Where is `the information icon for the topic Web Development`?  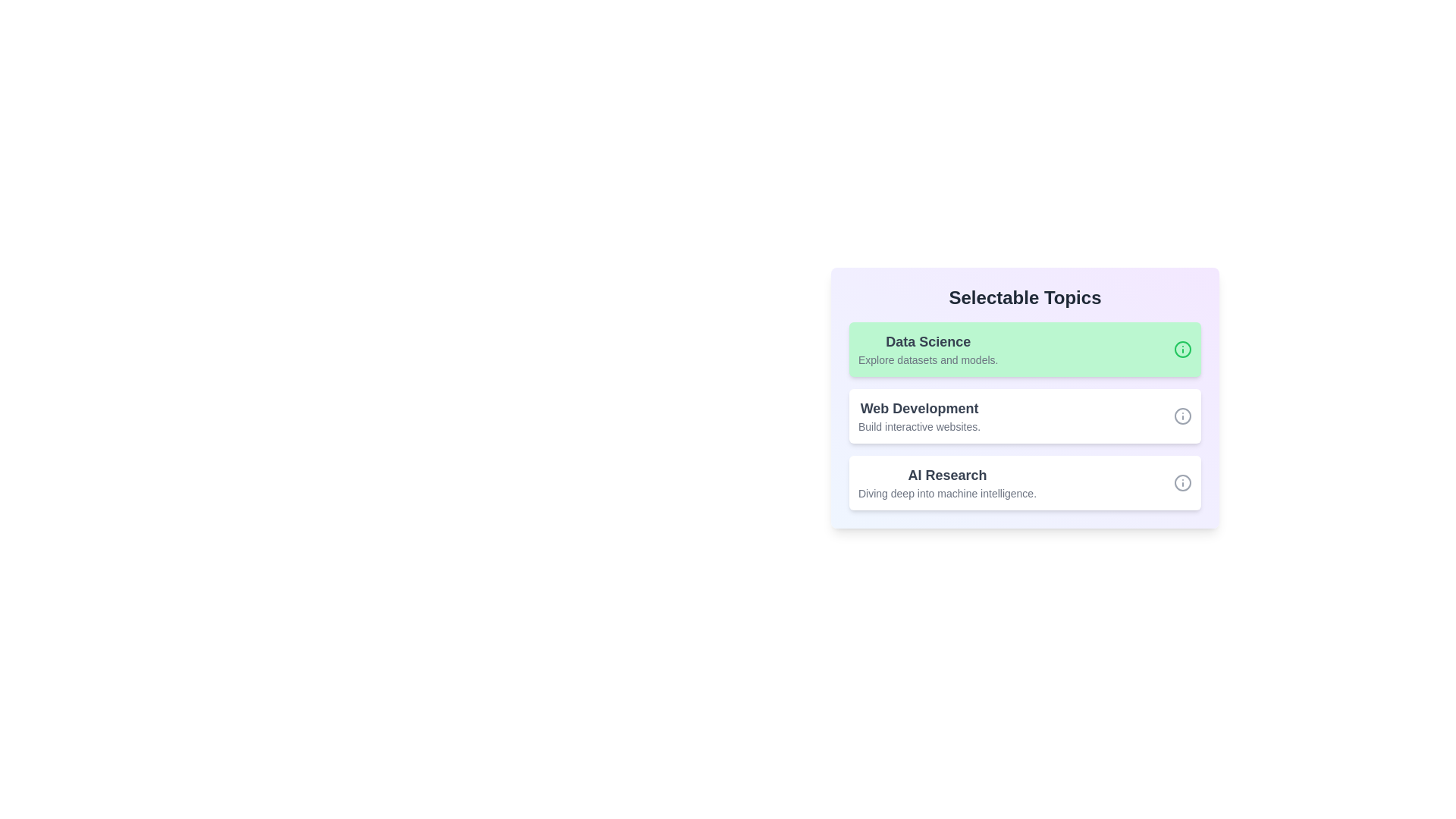 the information icon for the topic Web Development is located at coordinates (1182, 416).